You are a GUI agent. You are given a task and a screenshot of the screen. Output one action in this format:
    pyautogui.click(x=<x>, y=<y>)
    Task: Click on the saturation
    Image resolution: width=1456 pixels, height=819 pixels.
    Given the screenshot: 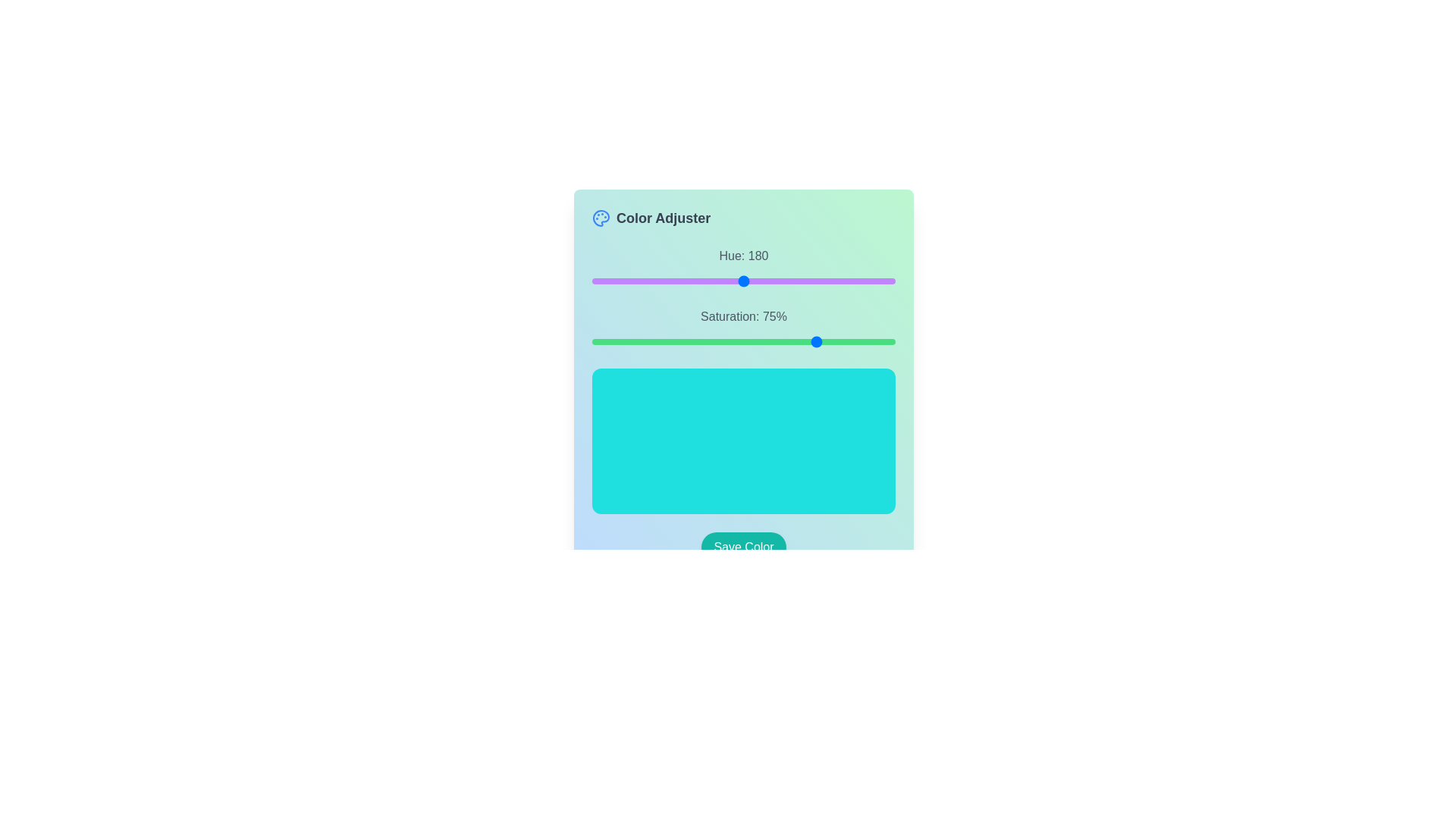 What is the action you would take?
    pyautogui.click(x=746, y=342)
    